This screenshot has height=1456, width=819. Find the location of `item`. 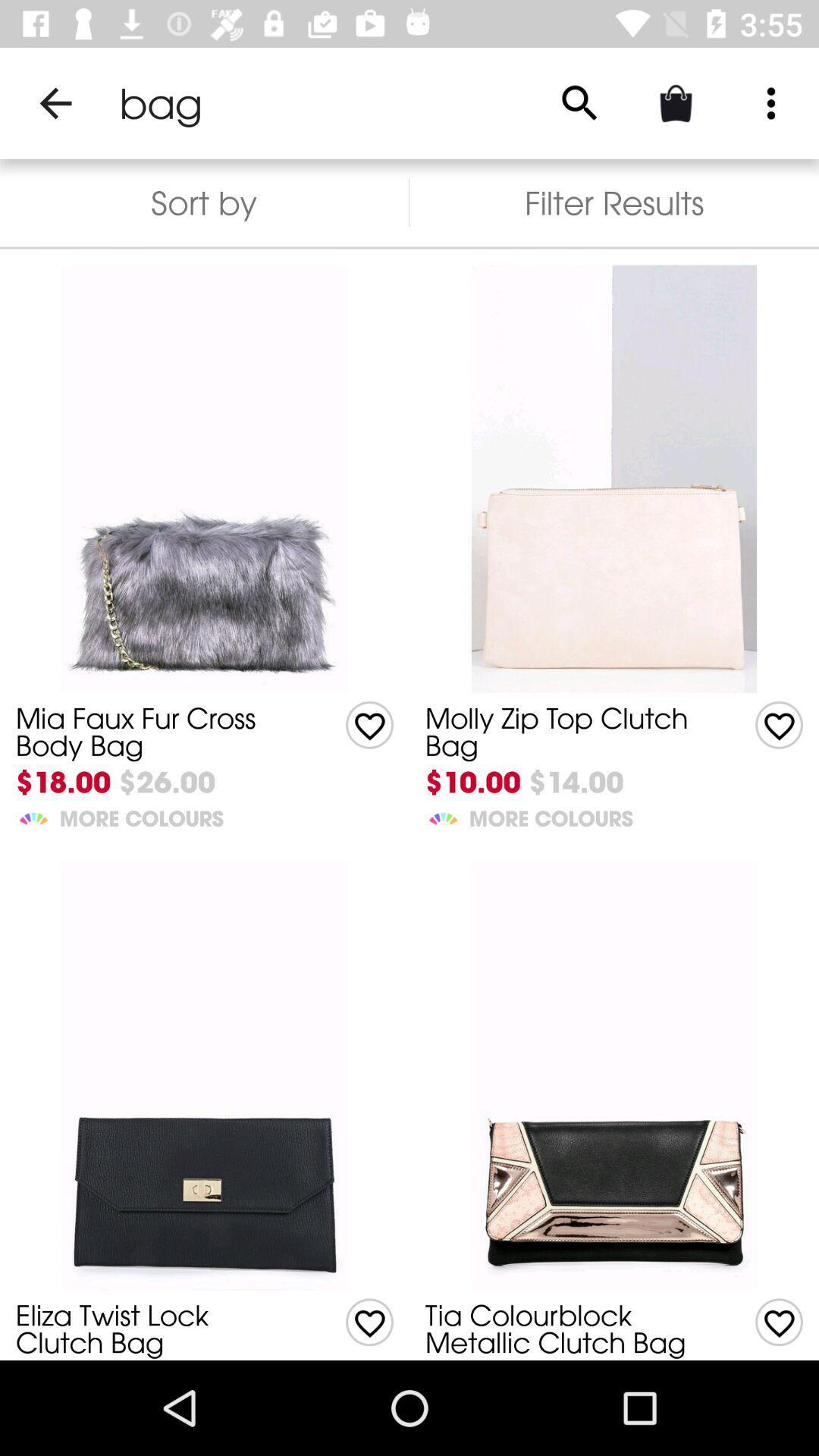

item is located at coordinates (369, 724).